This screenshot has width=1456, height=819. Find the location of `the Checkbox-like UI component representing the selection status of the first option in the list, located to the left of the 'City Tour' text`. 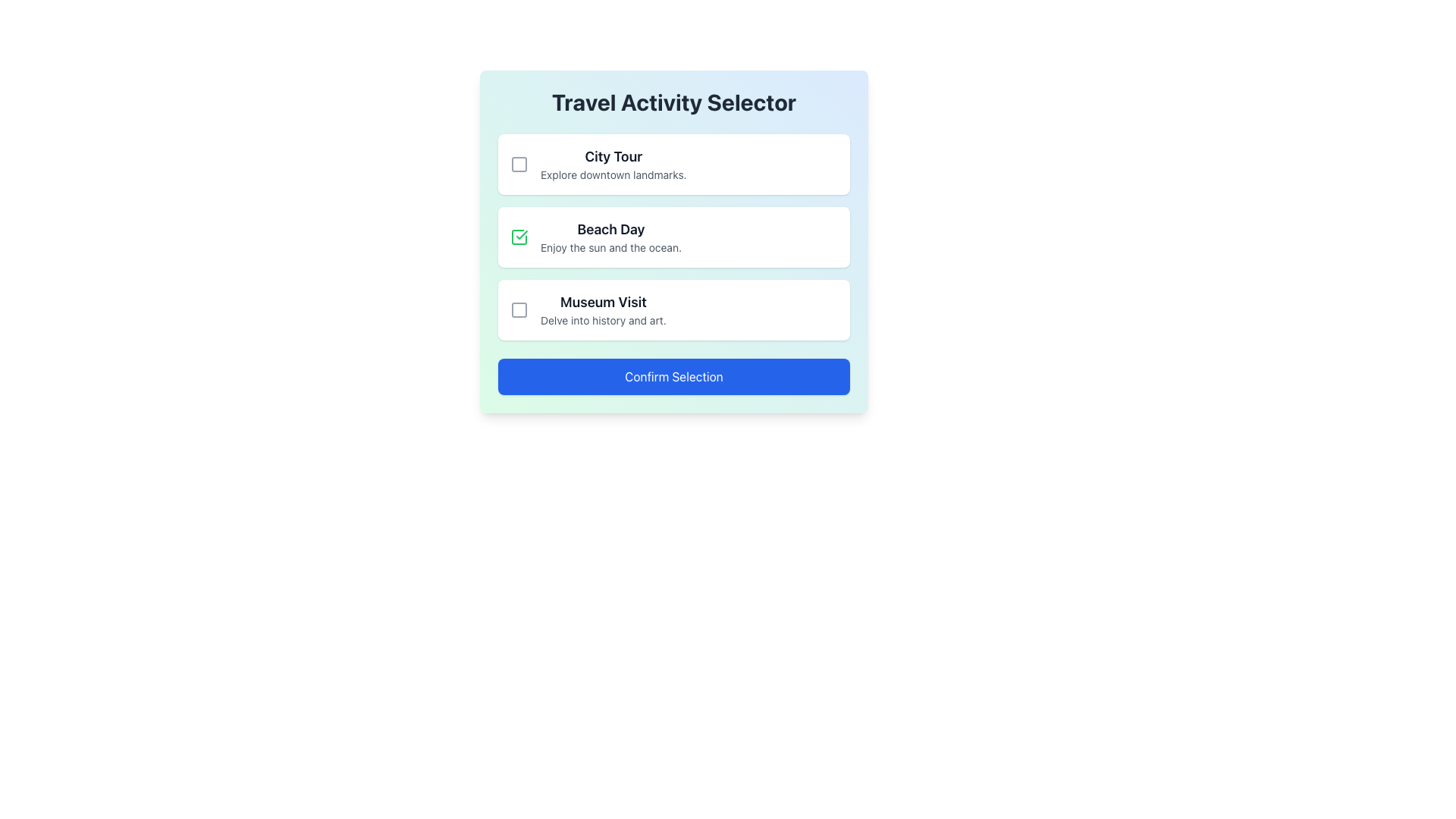

the Checkbox-like UI component representing the selection status of the first option in the list, located to the left of the 'City Tour' text is located at coordinates (519, 164).